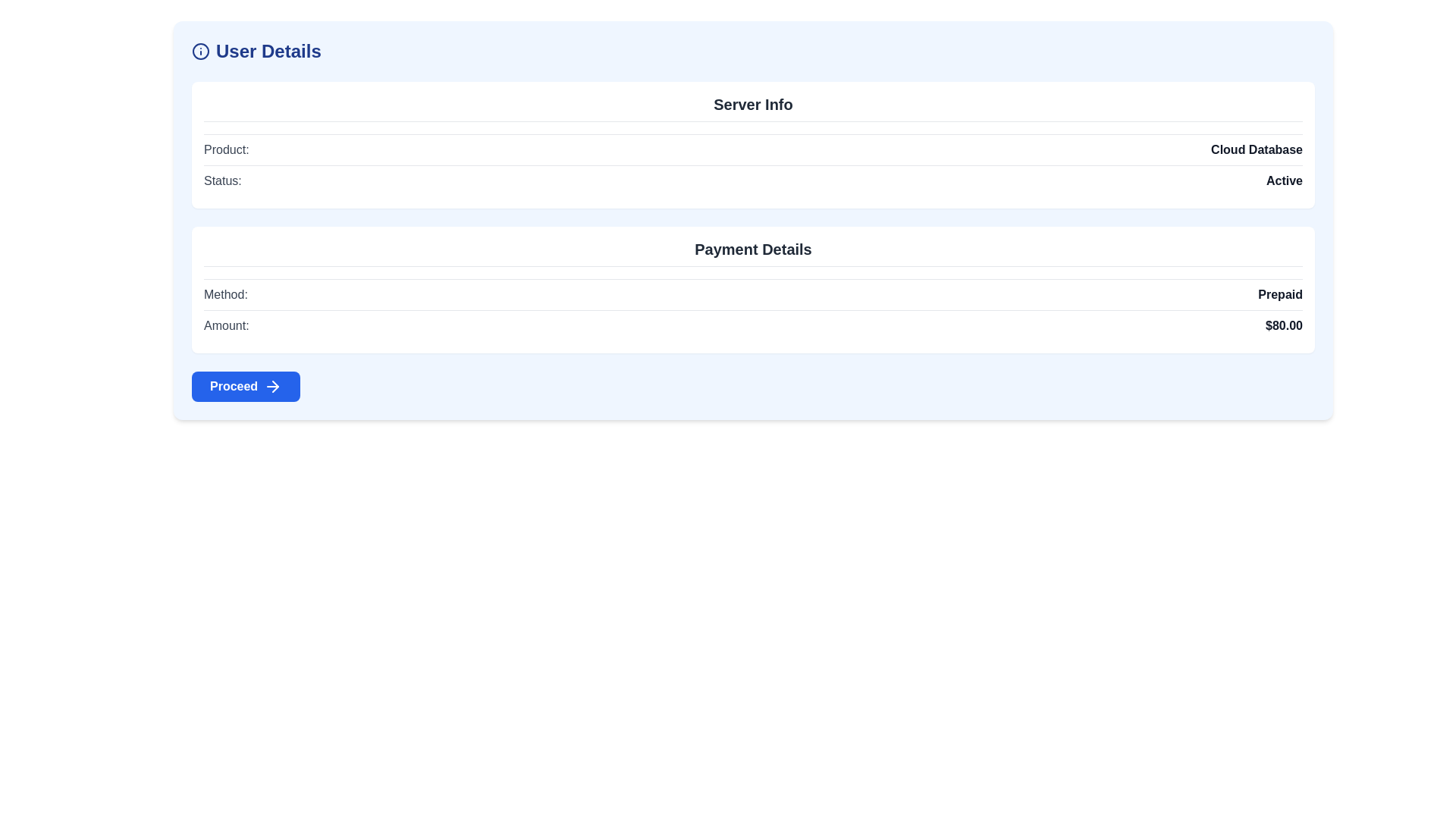 This screenshot has height=819, width=1456. I want to click on the static text element displaying 'Active', which is styled in bold and located to the right of the 'Status:' label, so click(1284, 180).